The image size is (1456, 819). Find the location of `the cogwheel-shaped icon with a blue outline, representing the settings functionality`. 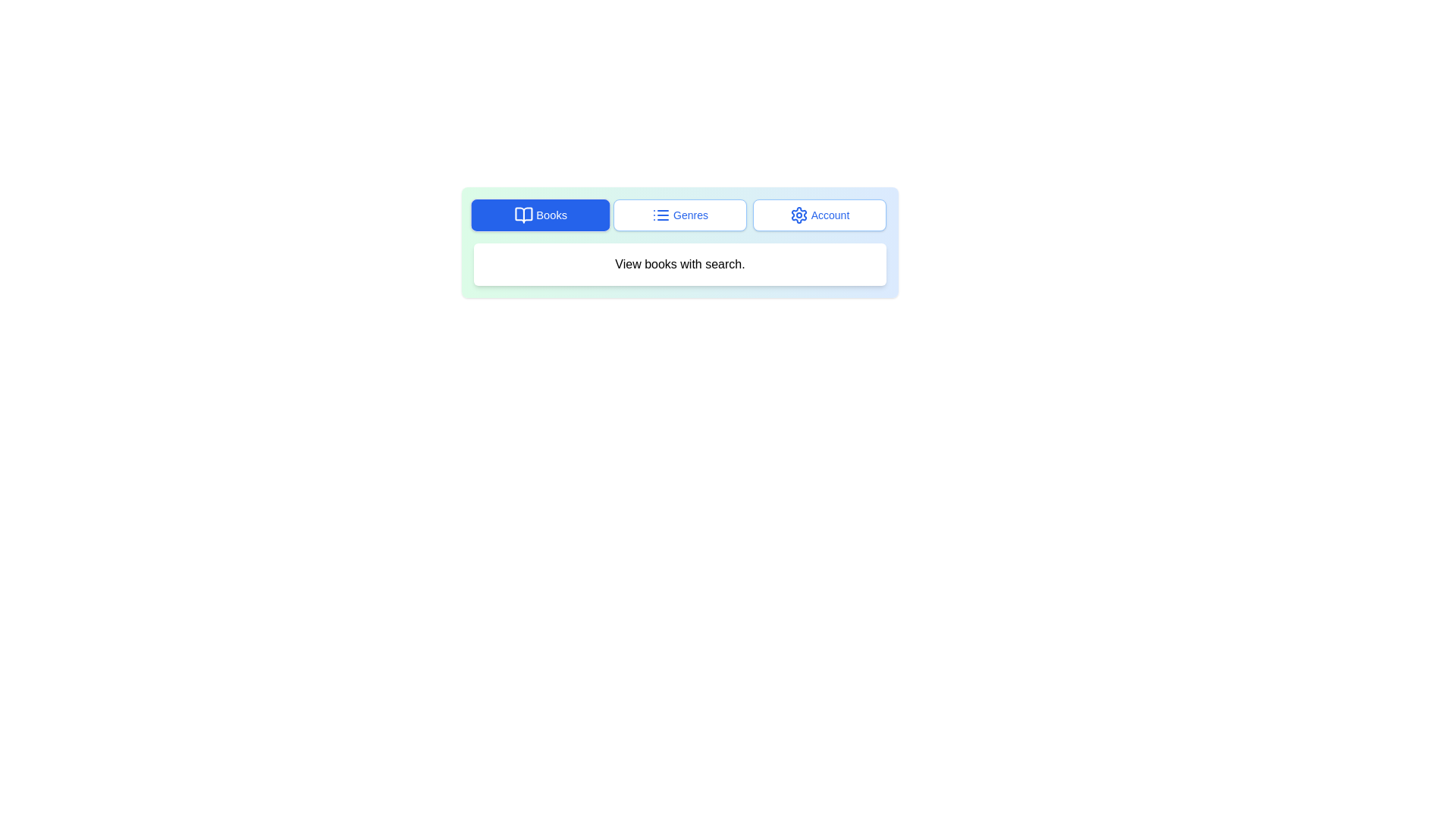

the cogwheel-shaped icon with a blue outline, representing the settings functionality is located at coordinates (798, 215).